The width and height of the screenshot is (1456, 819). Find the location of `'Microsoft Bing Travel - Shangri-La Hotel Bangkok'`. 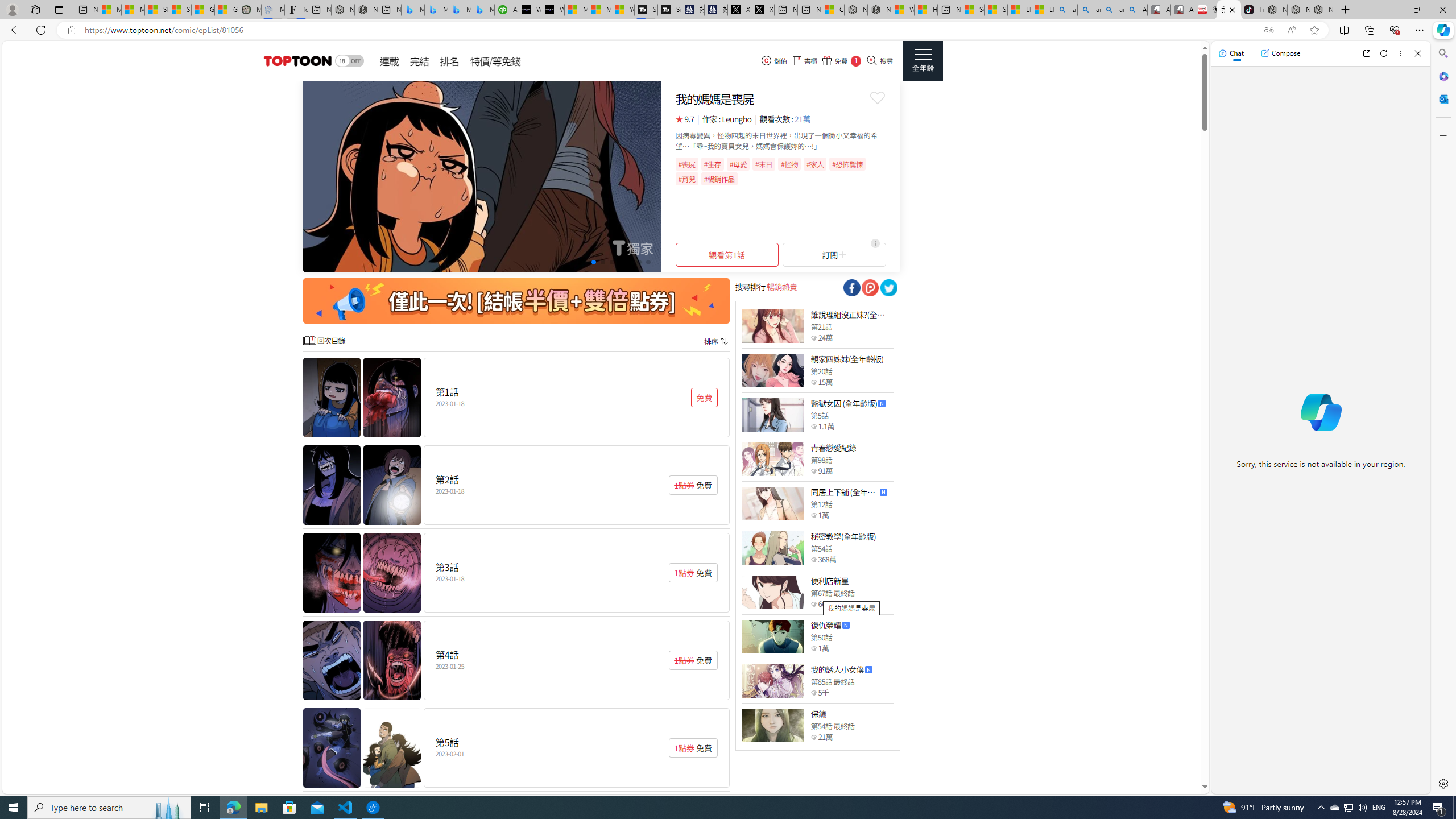

'Microsoft Bing Travel - Shangri-La Hotel Bangkok' is located at coordinates (482, 9).